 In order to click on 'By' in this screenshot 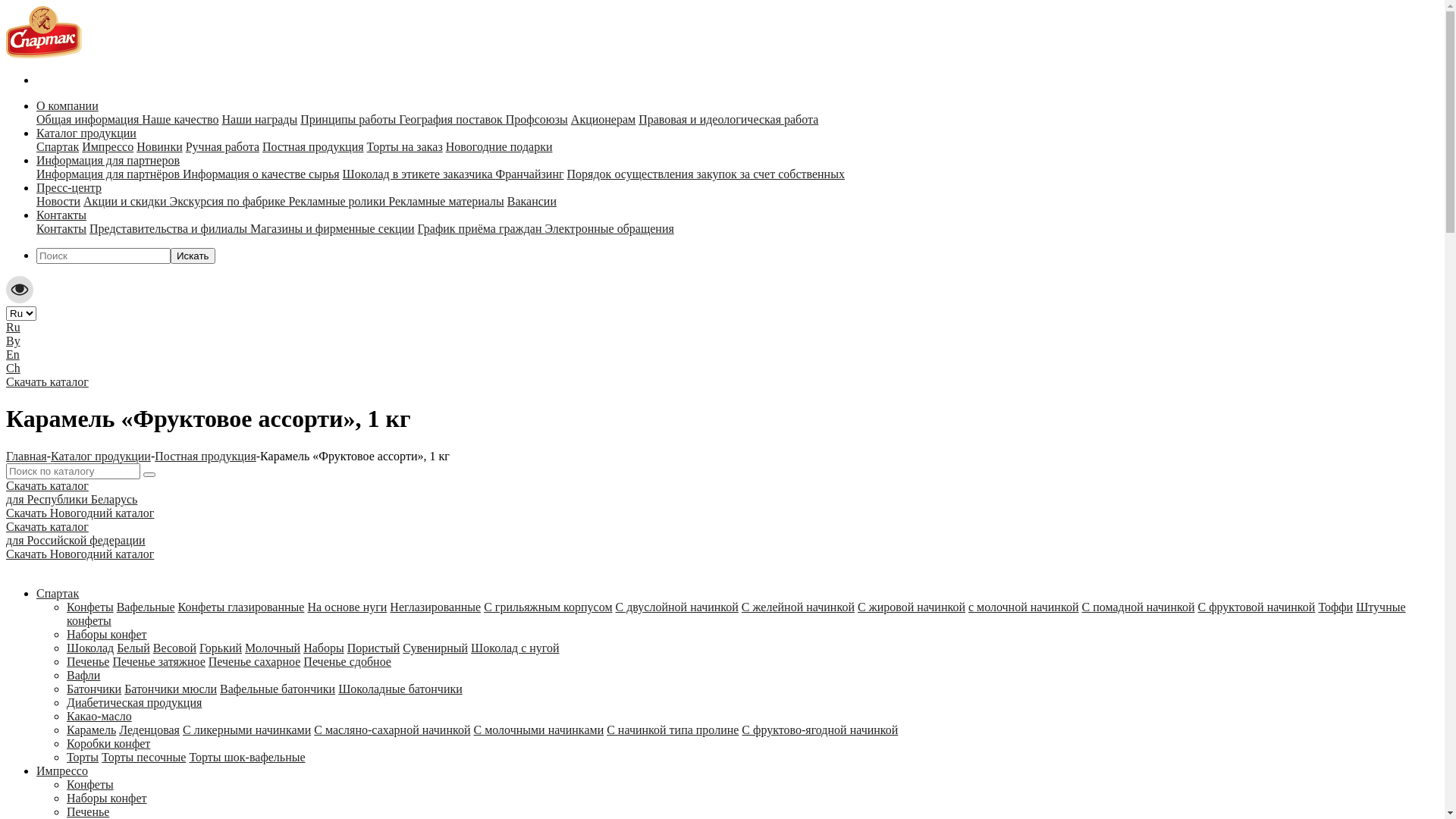, I will do `click(6, 340)`.